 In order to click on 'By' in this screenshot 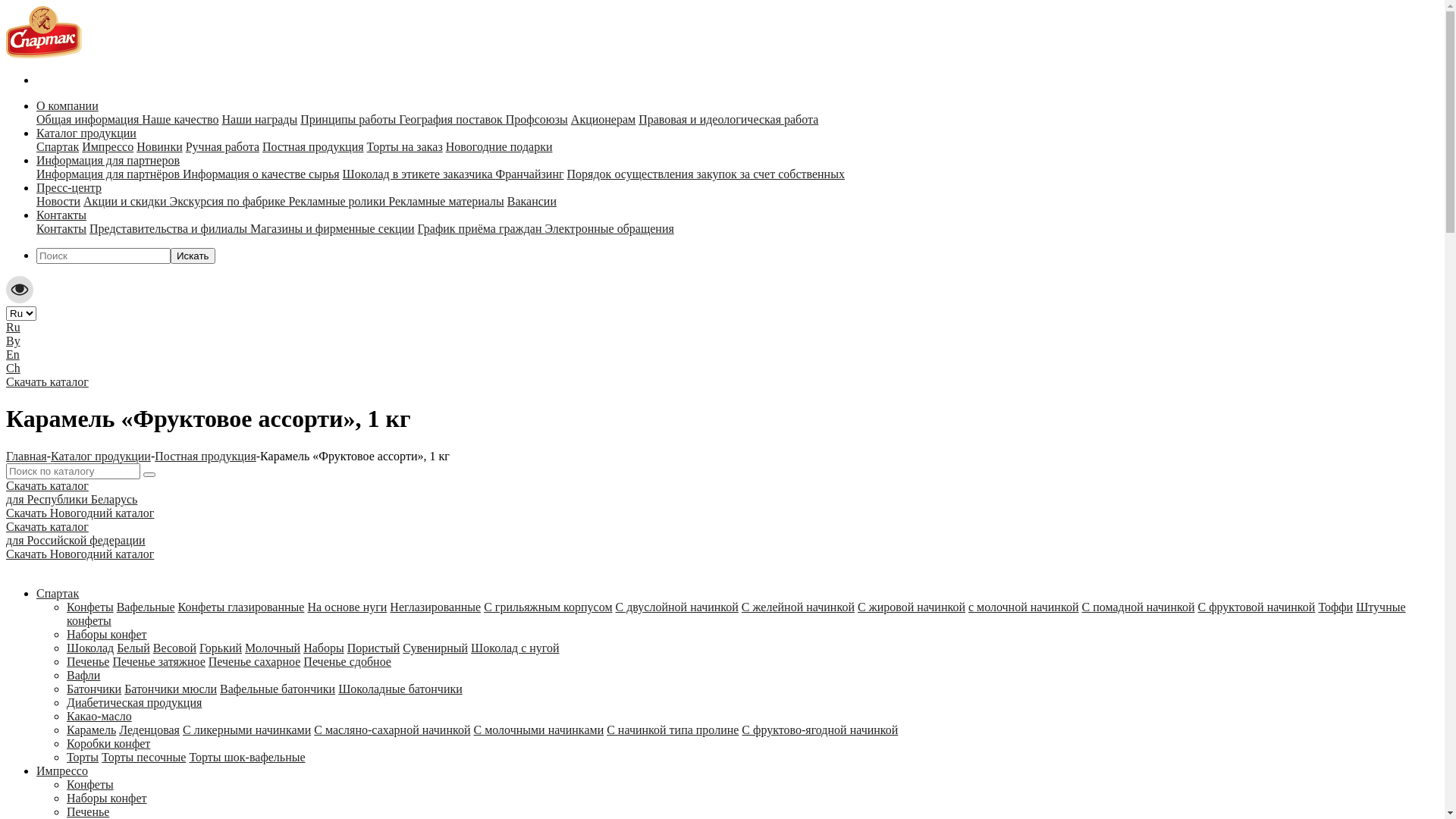, I will do `click(6, 340)`.